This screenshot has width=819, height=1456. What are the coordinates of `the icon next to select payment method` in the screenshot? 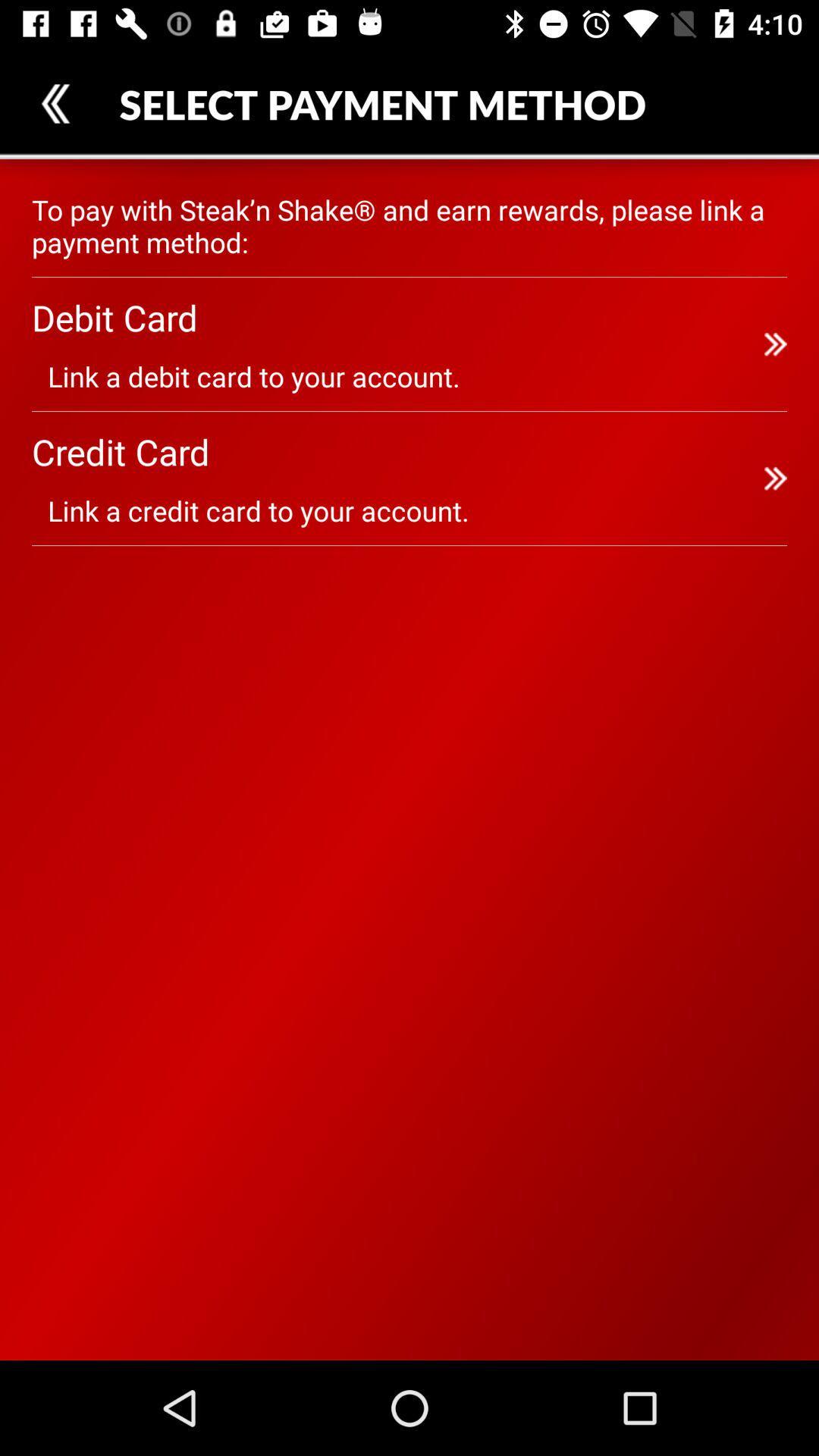 It's located at (55, 102).